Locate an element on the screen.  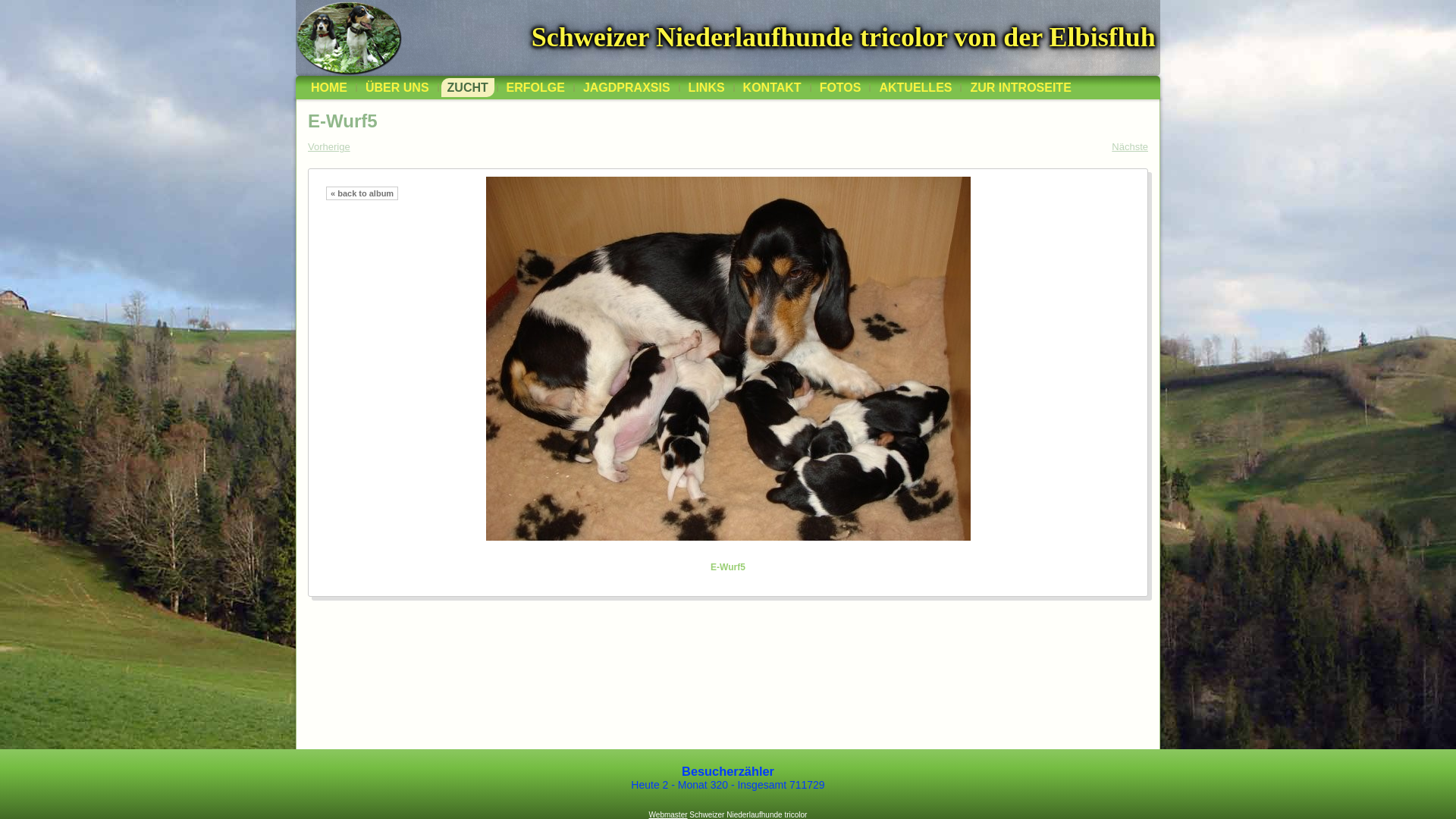
'JAGDPRAXSIS' is located at coordinates (626, 87).